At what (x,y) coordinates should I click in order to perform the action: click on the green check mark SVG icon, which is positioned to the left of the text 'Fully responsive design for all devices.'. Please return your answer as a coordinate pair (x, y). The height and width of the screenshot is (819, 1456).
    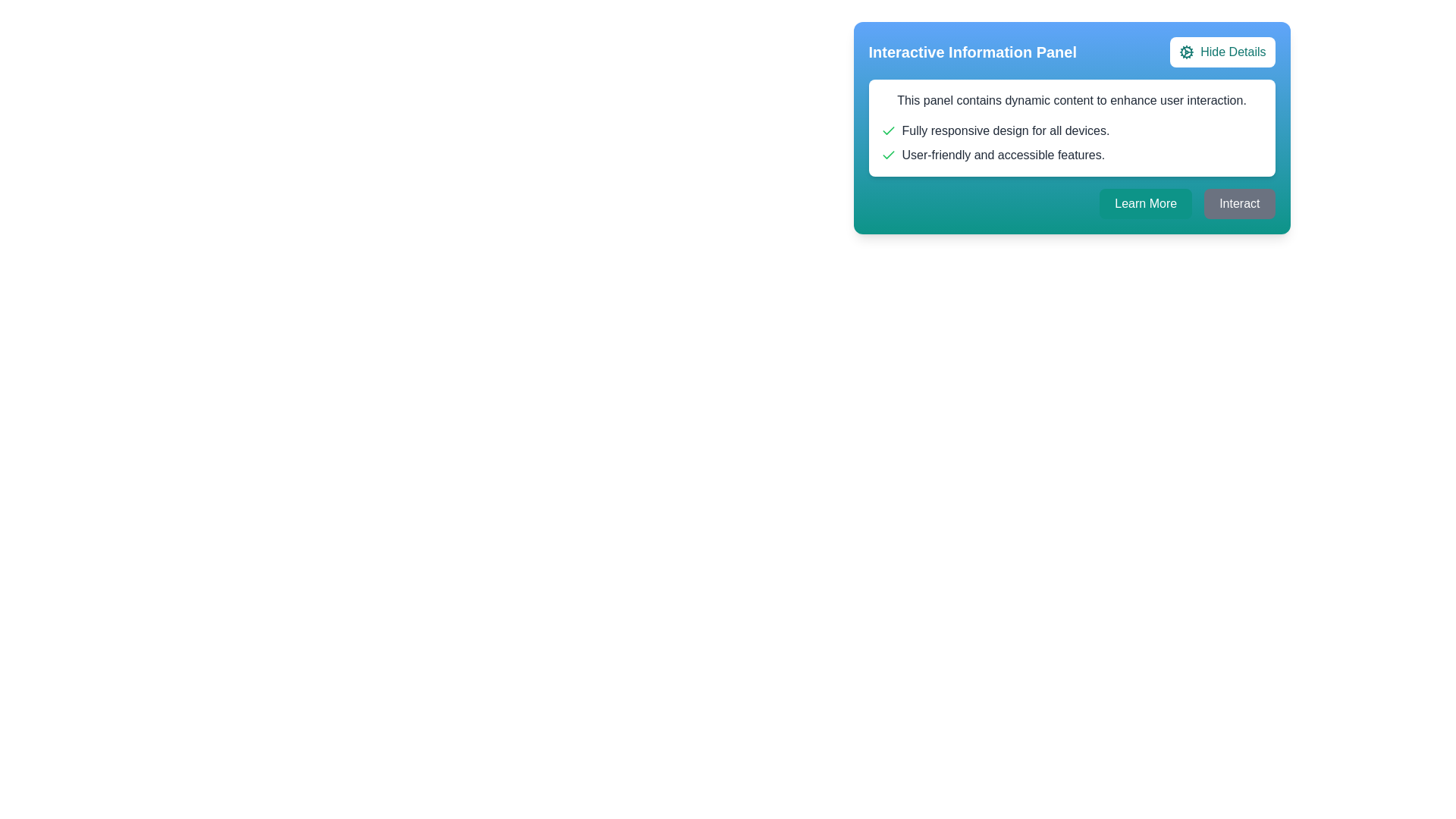
    Looking at the image, I should click on (888, 130).